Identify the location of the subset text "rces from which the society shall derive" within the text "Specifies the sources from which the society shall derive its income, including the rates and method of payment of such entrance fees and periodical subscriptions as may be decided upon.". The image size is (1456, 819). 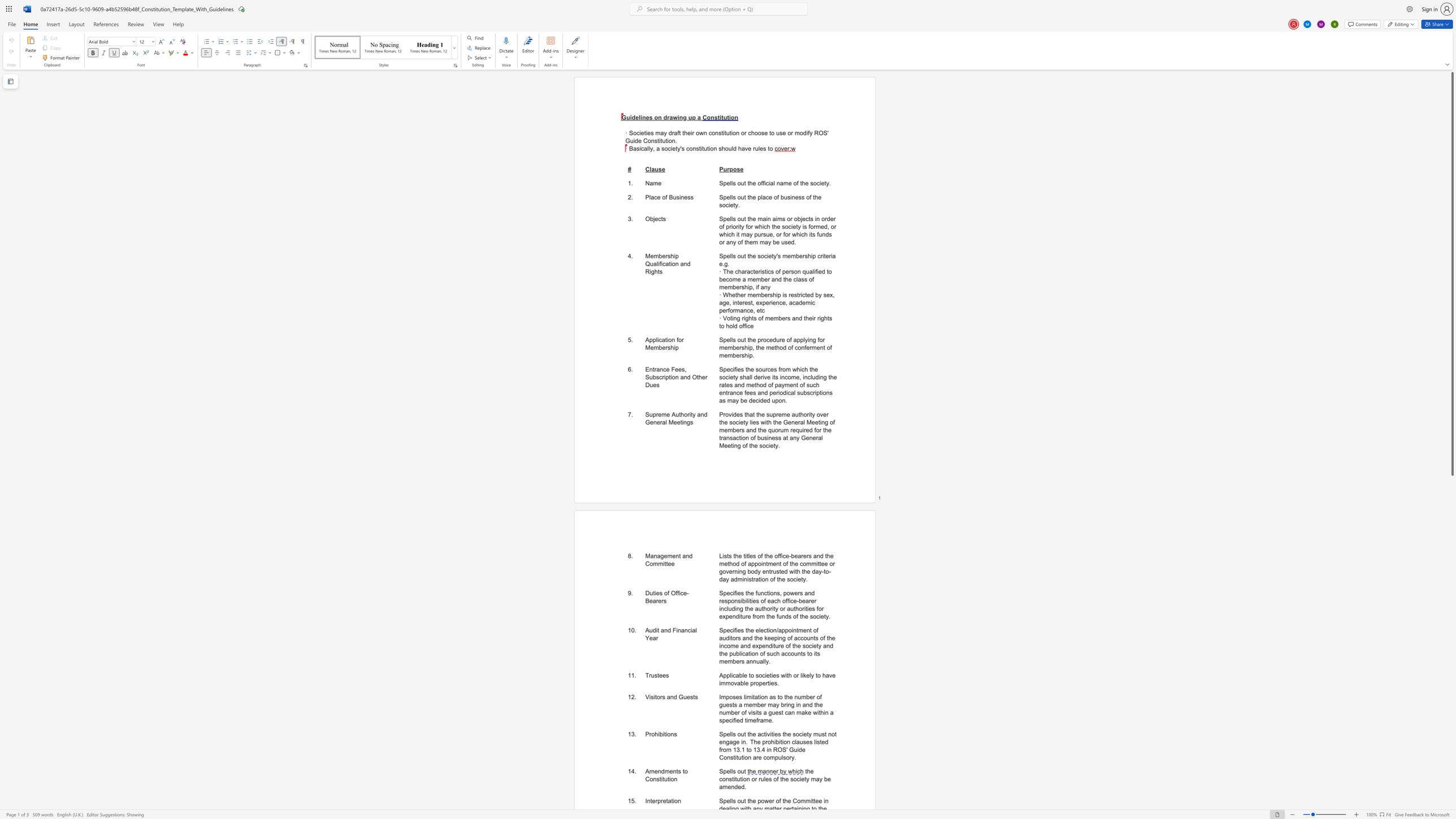
(765, 369).